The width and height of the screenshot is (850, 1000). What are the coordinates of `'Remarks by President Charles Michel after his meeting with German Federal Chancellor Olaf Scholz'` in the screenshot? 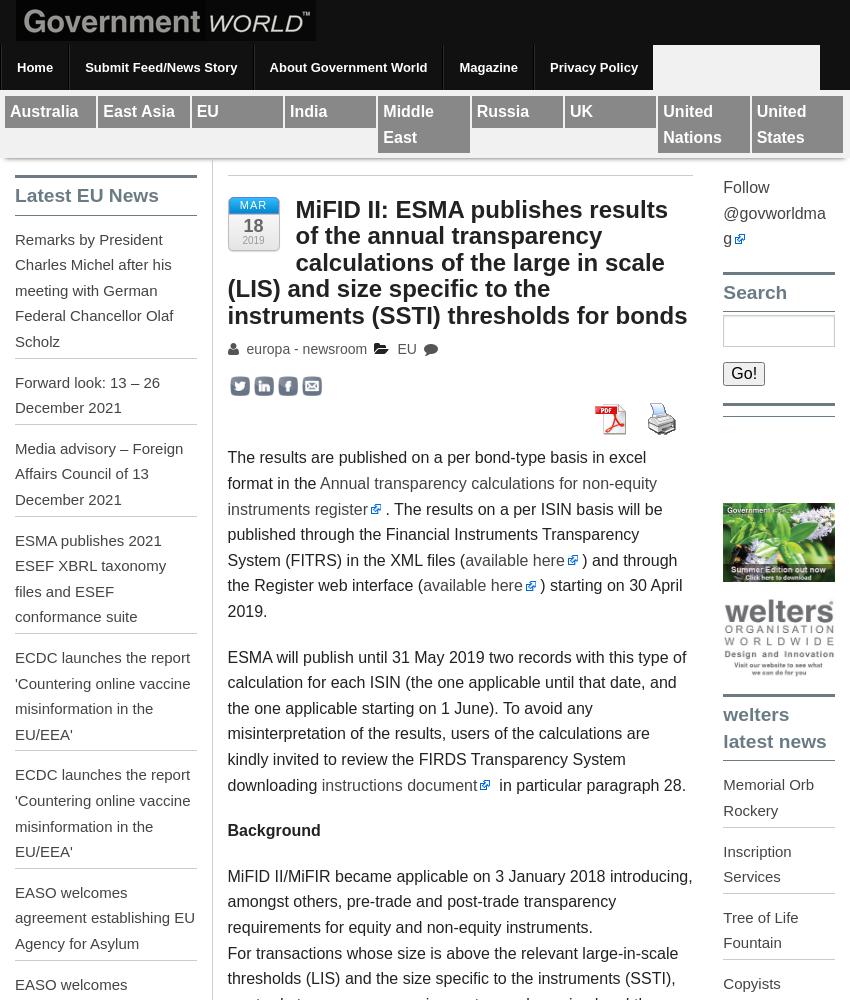 It's located at (93, 290).